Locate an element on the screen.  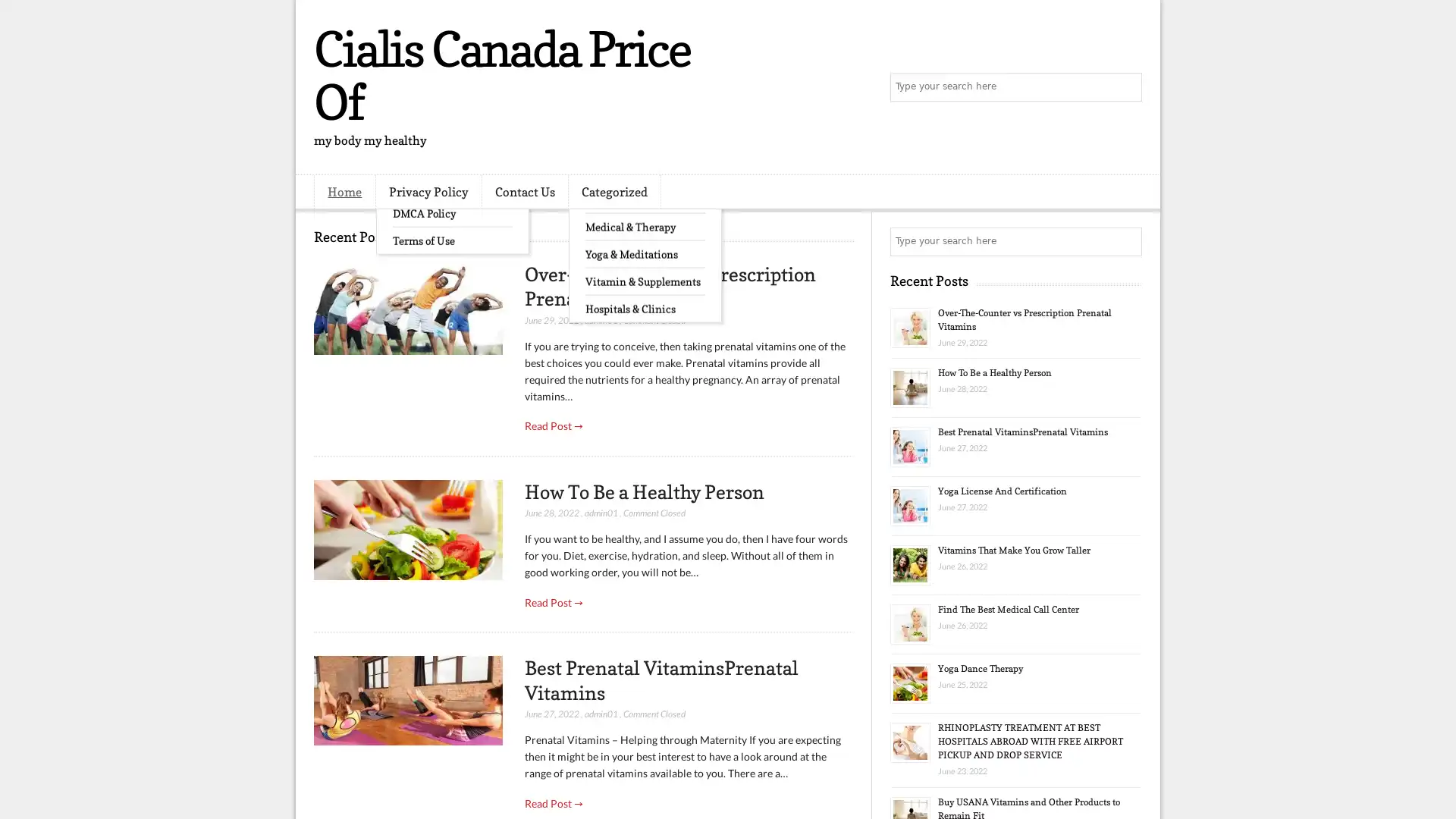
Search is located at coordinates (1126, 241).